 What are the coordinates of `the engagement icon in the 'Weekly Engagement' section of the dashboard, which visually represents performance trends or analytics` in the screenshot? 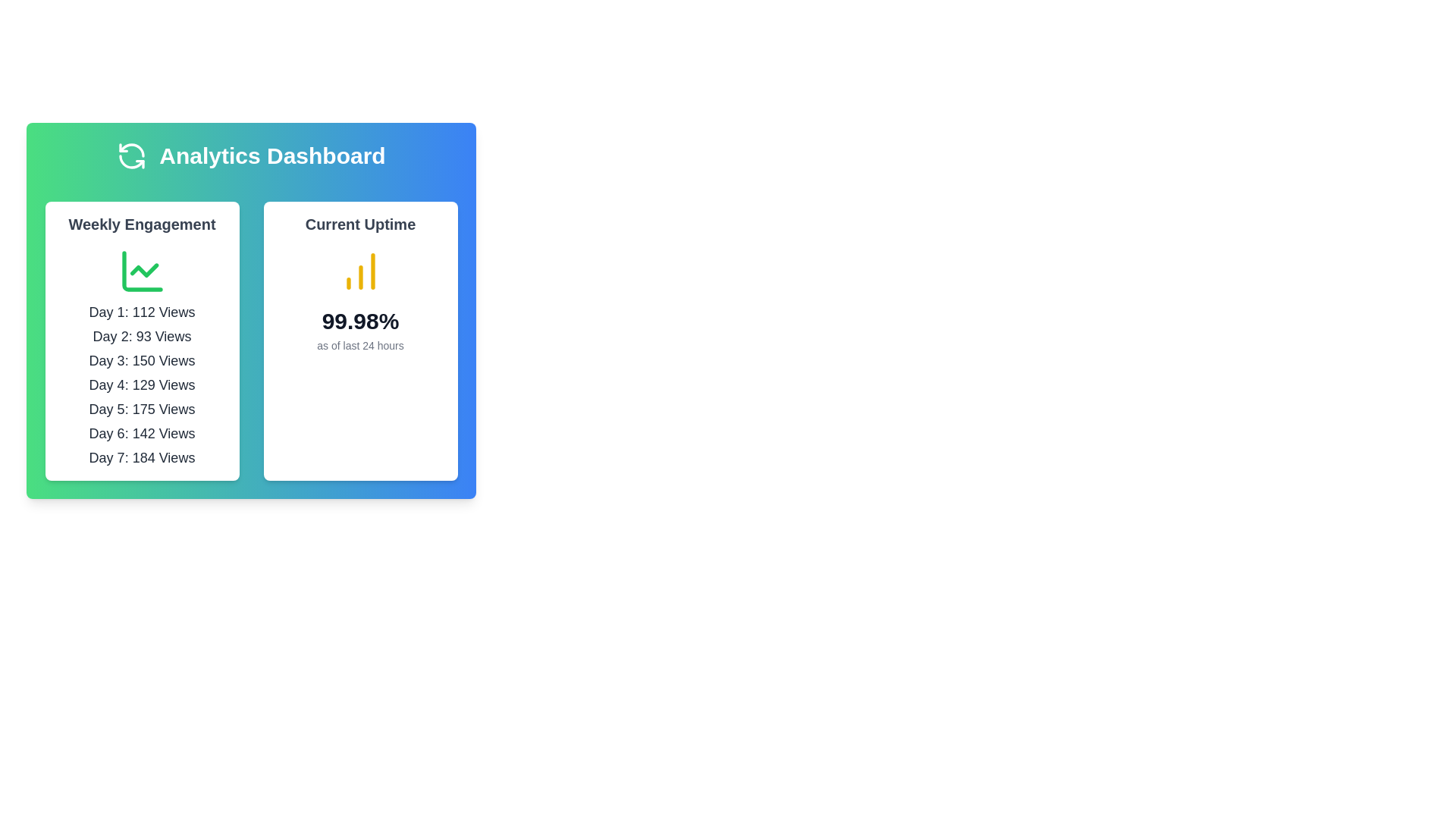 It's located at (142, 271).